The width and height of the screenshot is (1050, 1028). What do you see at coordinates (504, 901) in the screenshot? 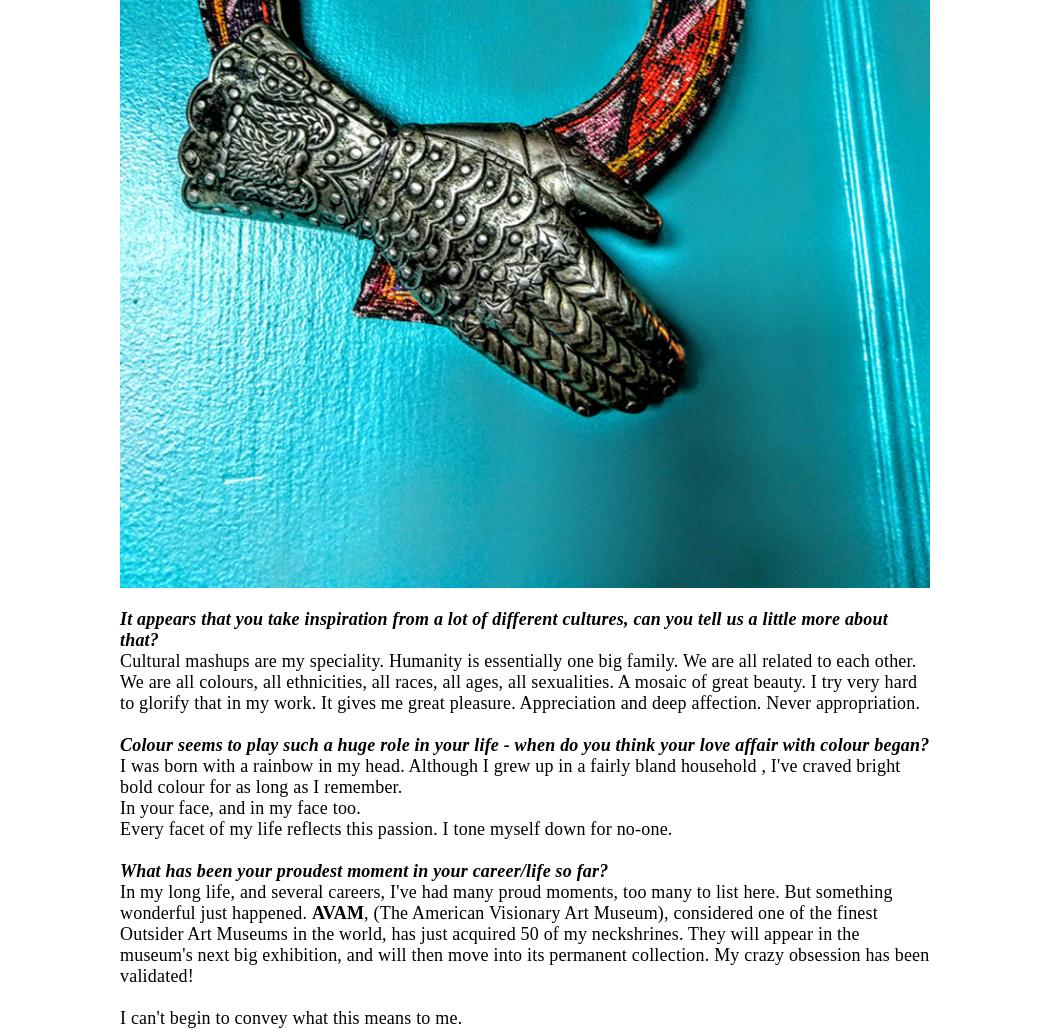
I see `'In my long life, and several careers, I've had many proud moments, too many to list here. But something wonderful just happened.'` at bounding box center [504, 901].